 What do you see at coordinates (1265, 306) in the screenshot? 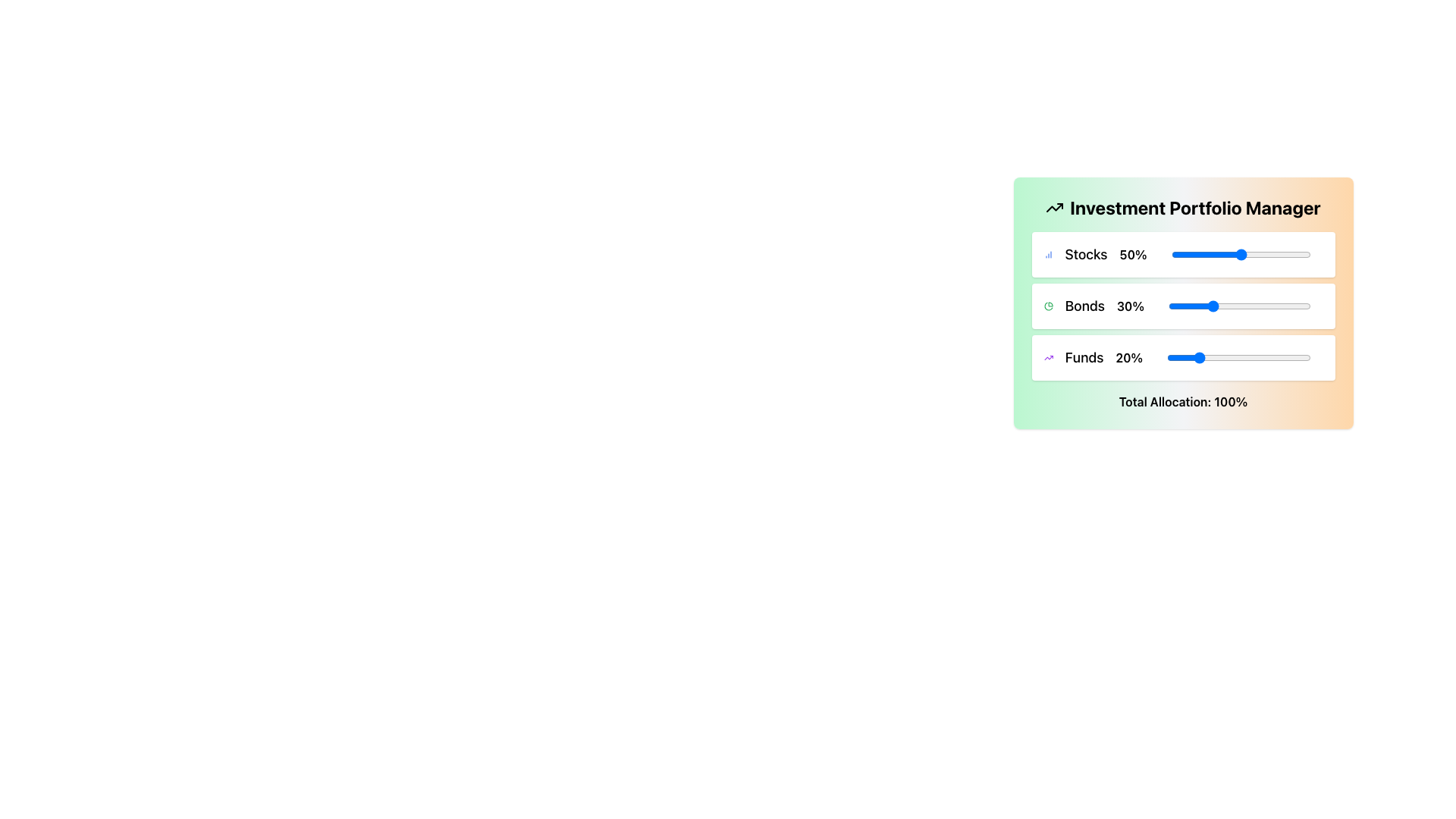
I see `the Bonds slider value` at bounding box center [1265, 306].